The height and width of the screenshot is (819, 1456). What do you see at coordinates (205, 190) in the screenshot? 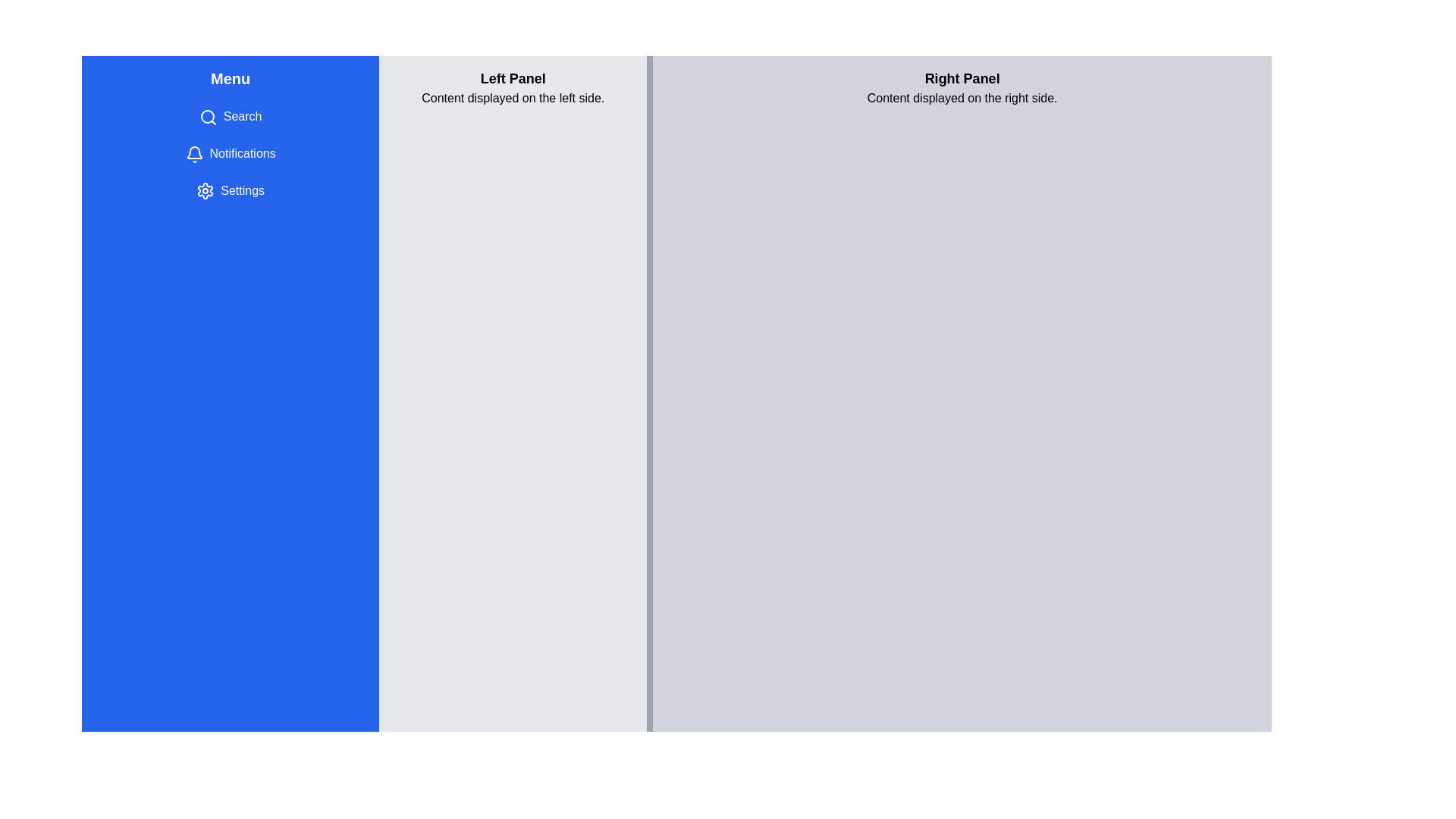
I see `the gear icon in the bottom section of the left sidebar next to the 'Settings' label` at bounding box center [205, 190].